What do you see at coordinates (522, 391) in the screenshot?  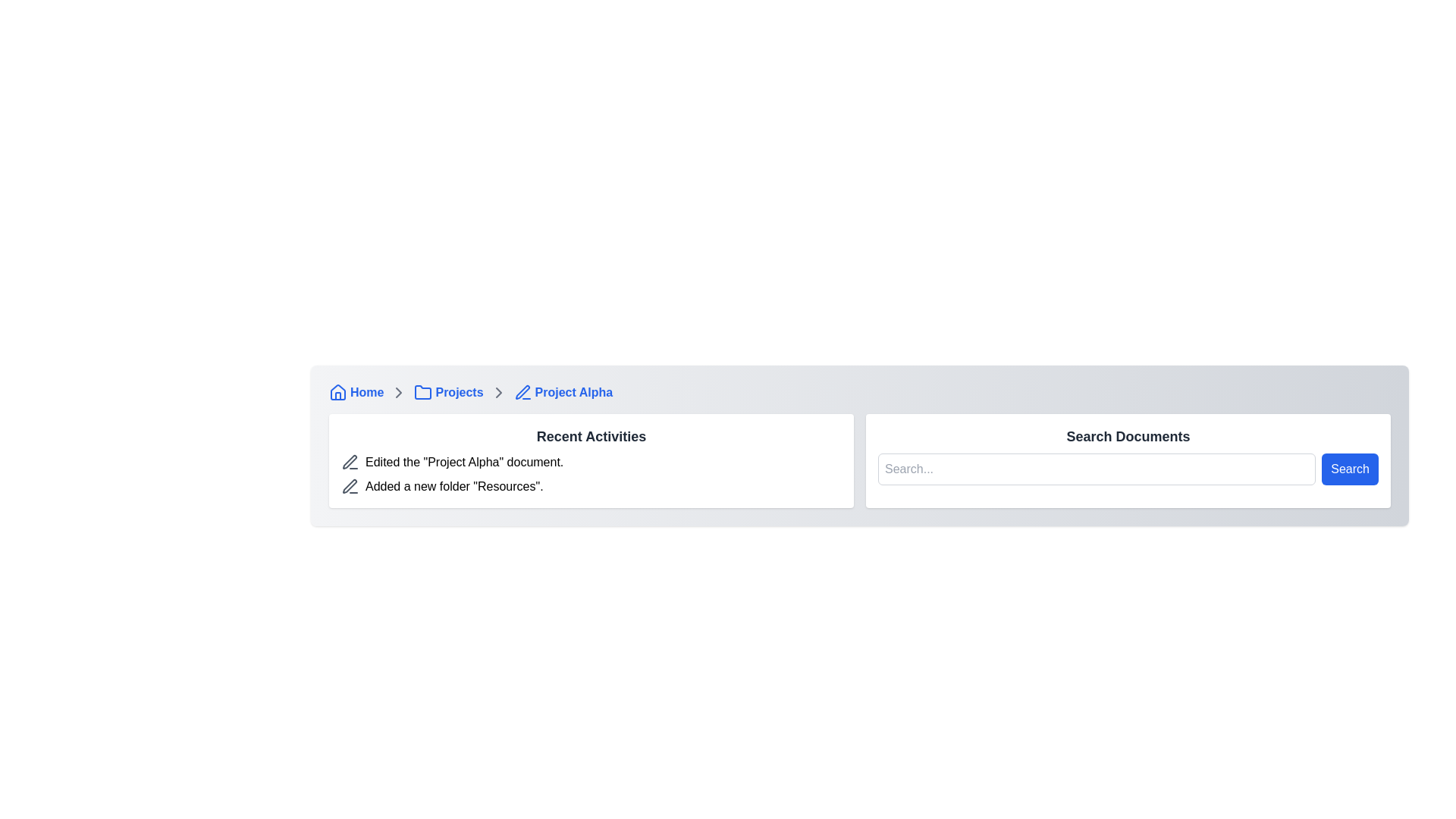 I see `the editing icon located in the breadcrumb navigation bar to the left of the 'Project Alpha' text` at bounding box center [522, 391].